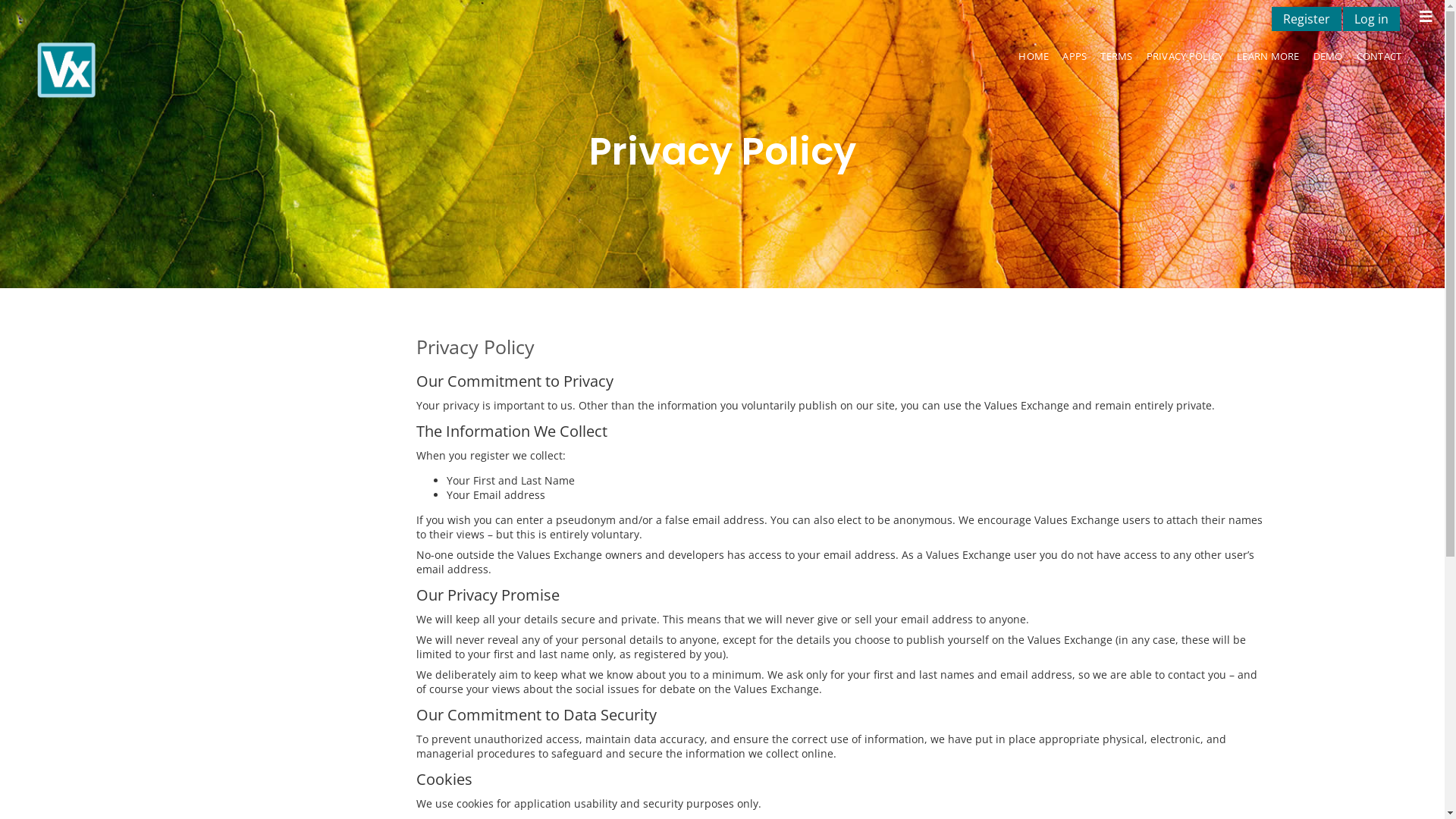 This screenshot has height=819, width=1456. What do you see at coordinates (1012, 55) in the screenshot?
I see `'HOME'` at bounding box center [1012, 55].